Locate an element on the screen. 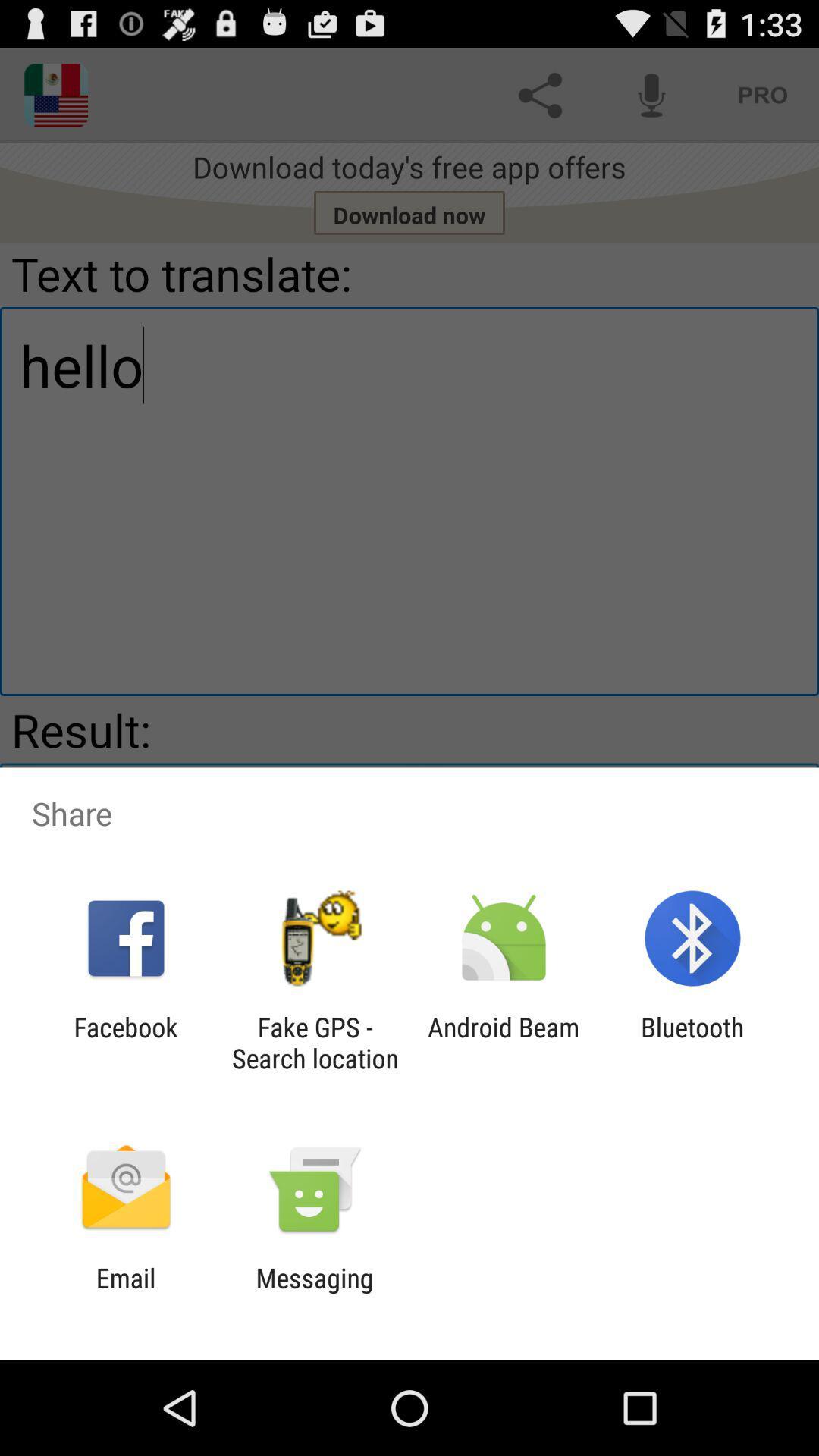  messaging app is located at coordinates (314, 1293).